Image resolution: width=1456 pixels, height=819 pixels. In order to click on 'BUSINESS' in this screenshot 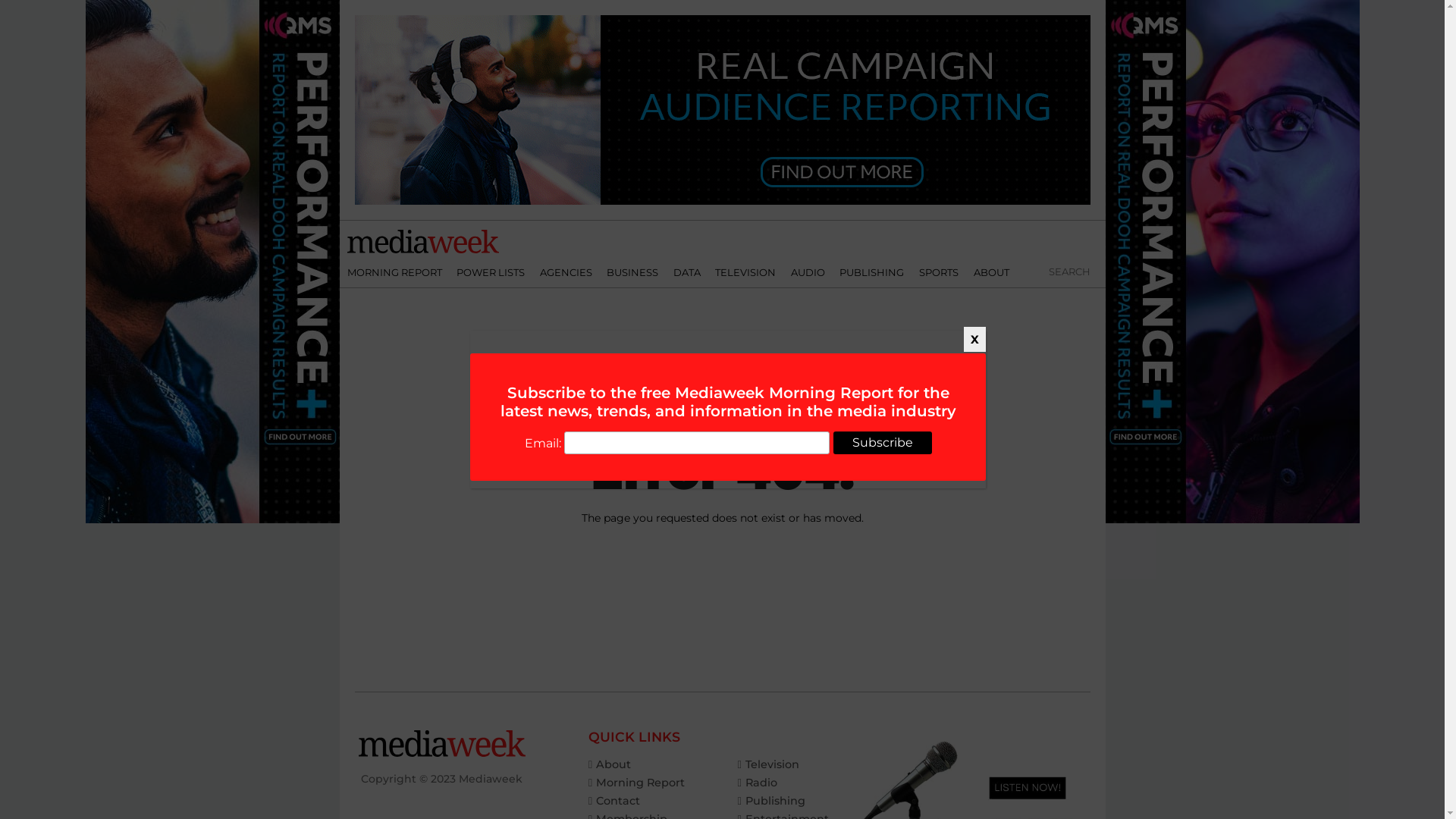, I will do `click(598, 271)`.